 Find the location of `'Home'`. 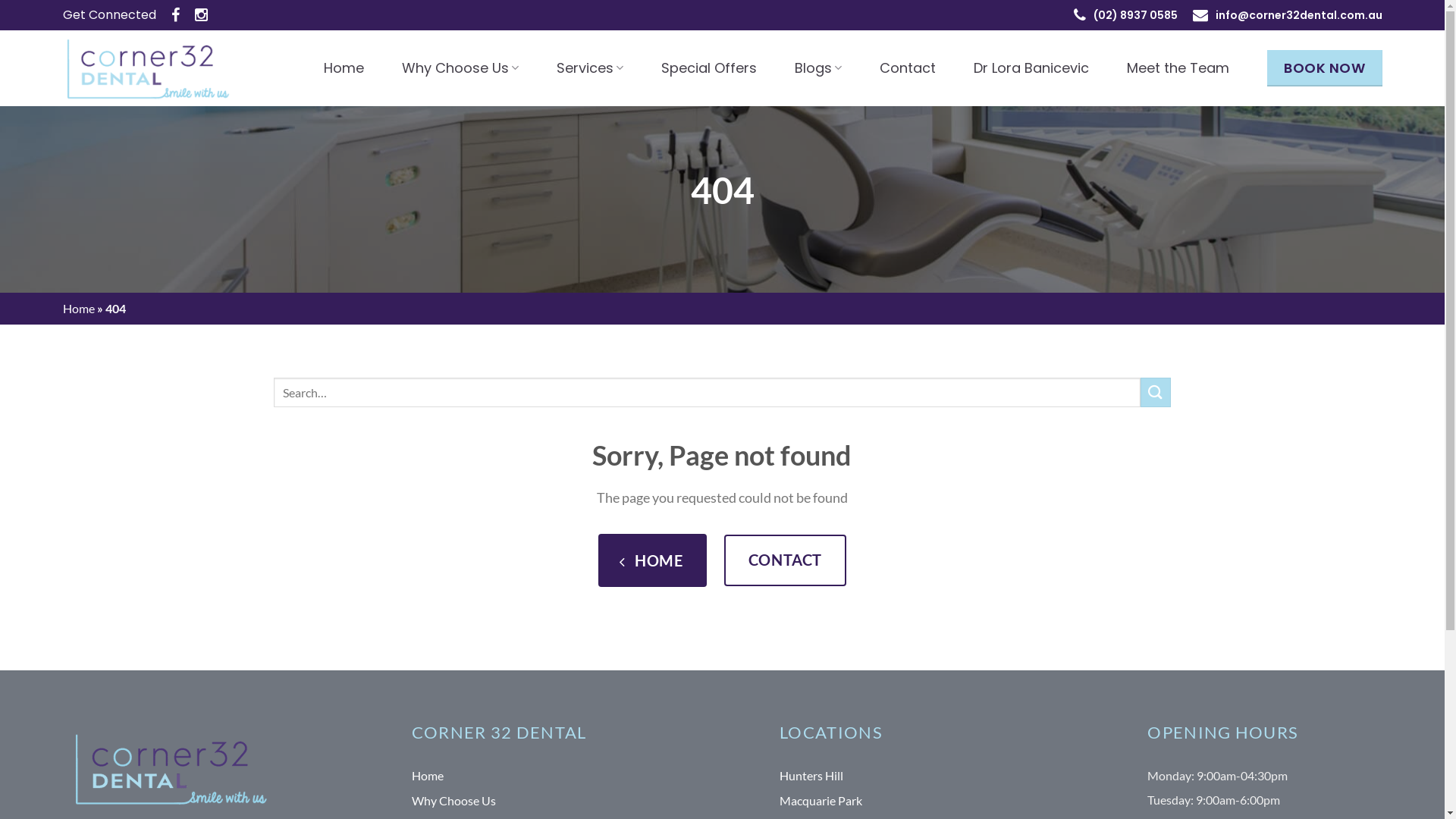

'Home' is located at coordinates (77, 307).